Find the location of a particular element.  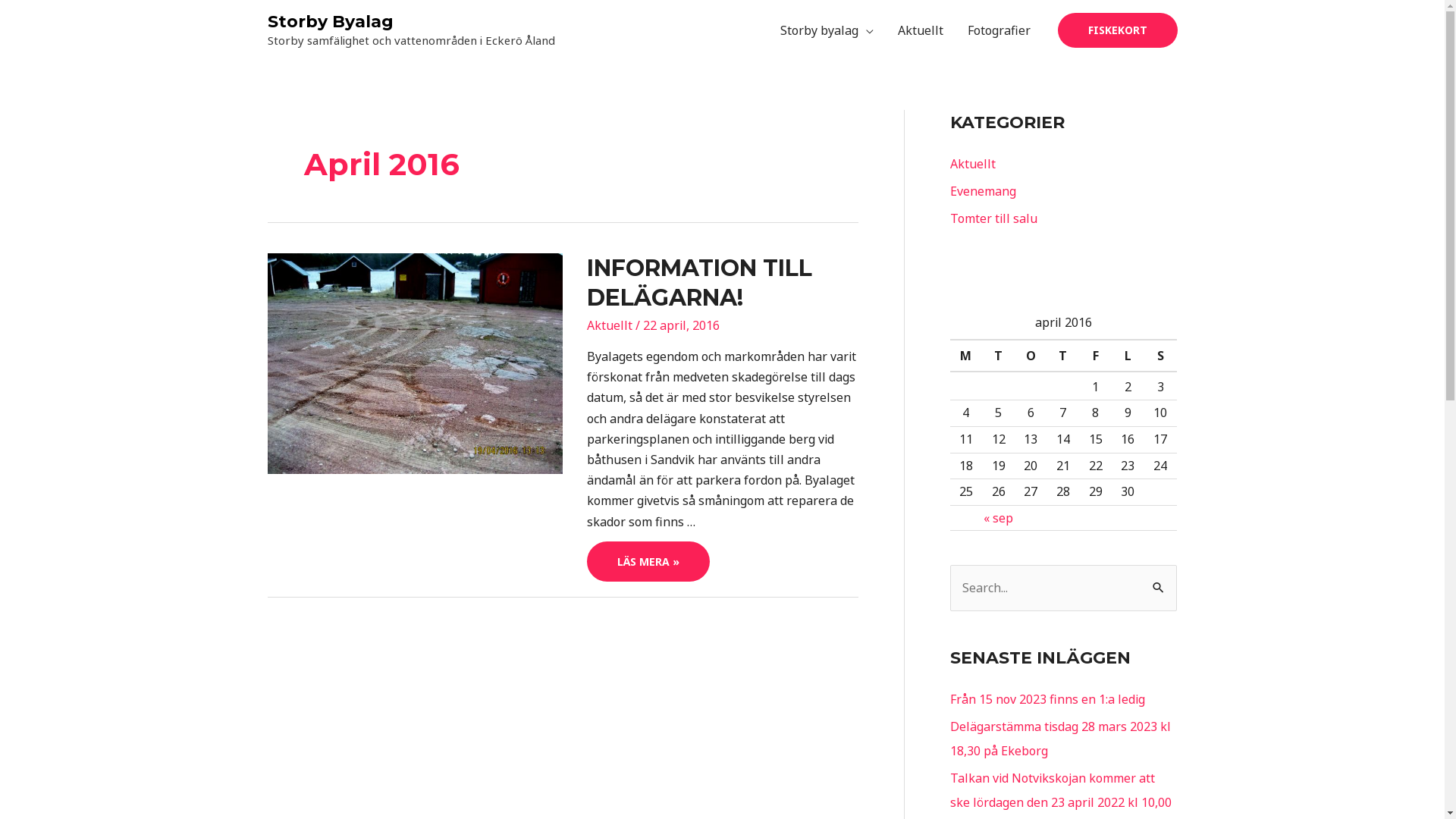

'FISKEKORT' is located at coordinates (1117, 30).